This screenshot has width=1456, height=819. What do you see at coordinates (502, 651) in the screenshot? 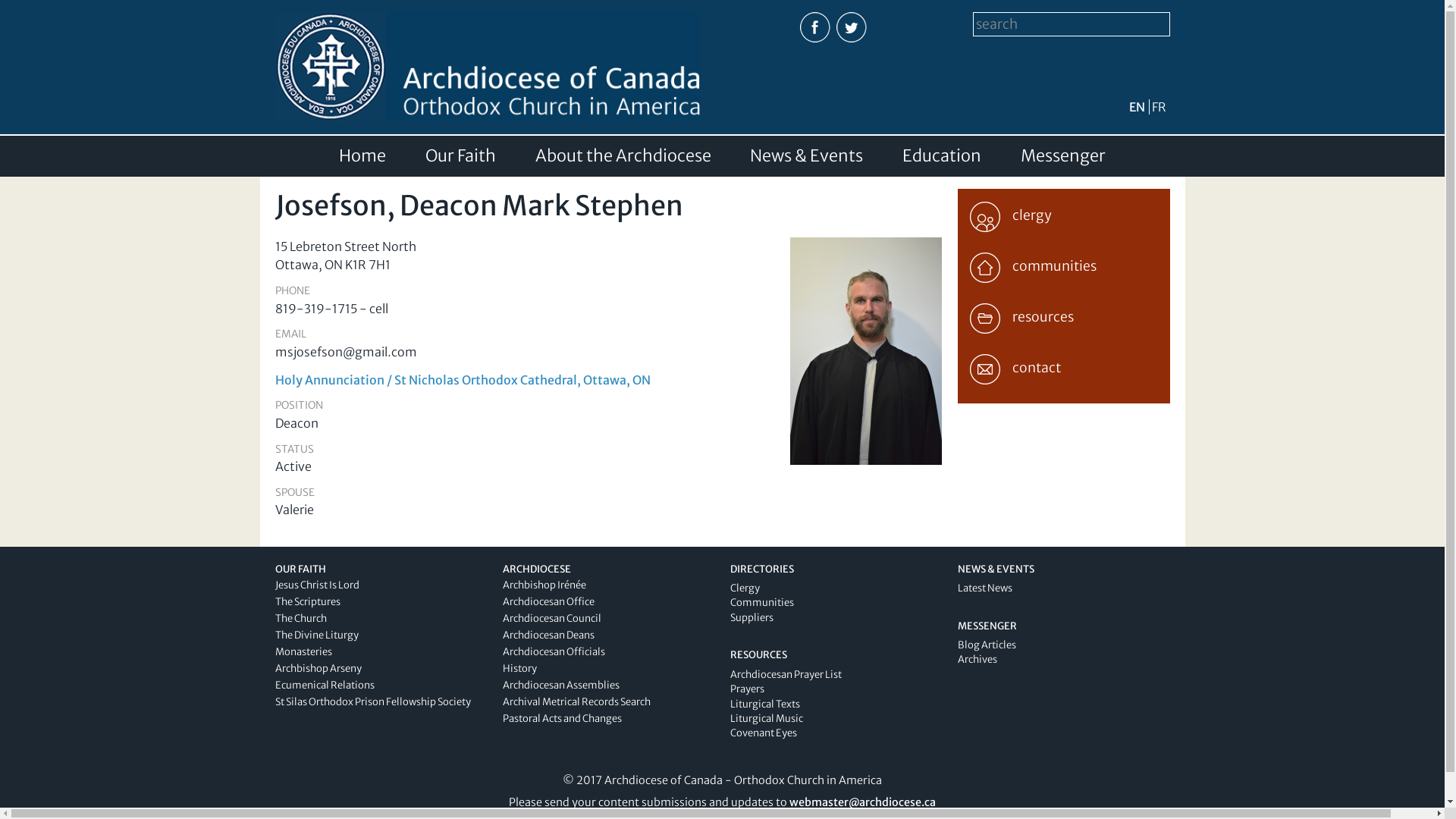
I see `'Archdiocesan Officials'` at bounding box center [502, 651].